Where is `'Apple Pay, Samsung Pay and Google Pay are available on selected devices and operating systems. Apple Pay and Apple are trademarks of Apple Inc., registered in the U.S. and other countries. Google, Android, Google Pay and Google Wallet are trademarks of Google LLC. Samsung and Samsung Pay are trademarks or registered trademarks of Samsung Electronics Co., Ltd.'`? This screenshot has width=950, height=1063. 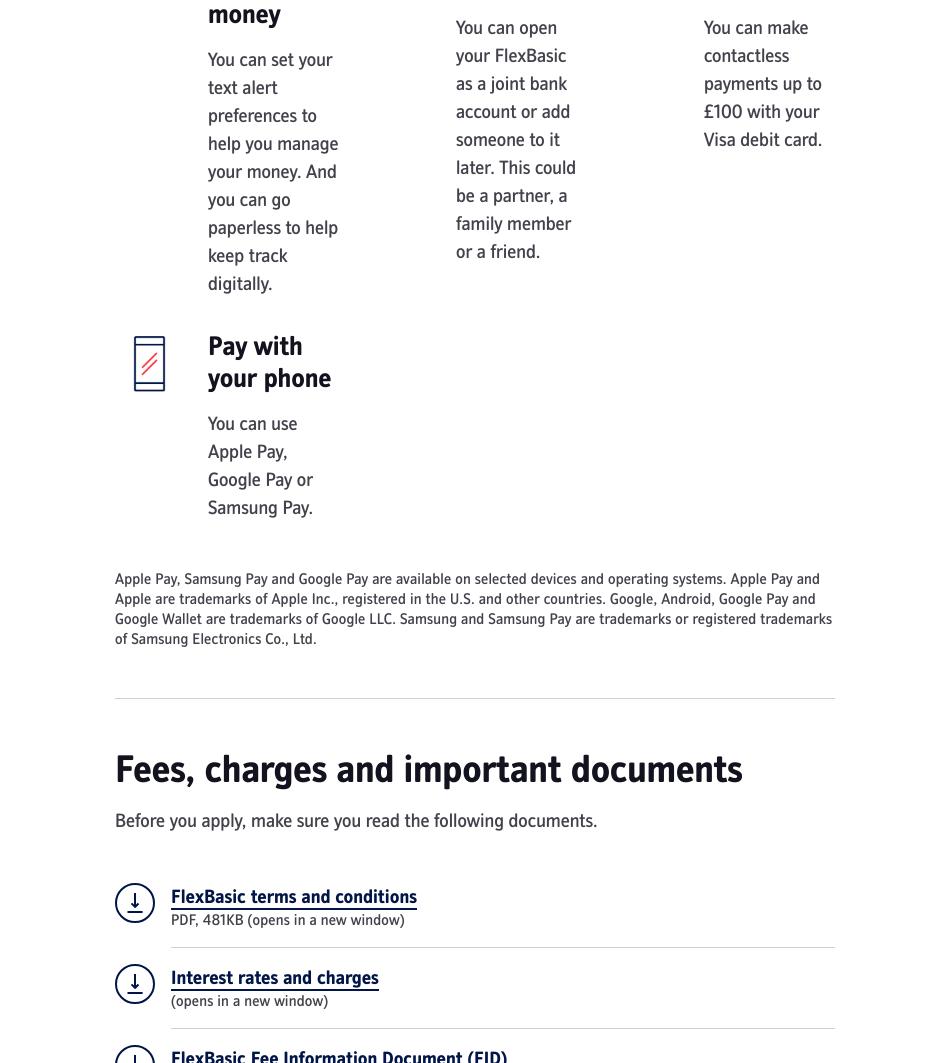 'Apple Pay, Samsung Pay and Google Pay are available on selected devices and operating systems. Apple Pay and Apple are trademarks of Apple Inc., registered in the U.S. and other countries. Google, Android, Google Pay and Google Wallet are trademarks of Google LLC. Samsung and Samsung Pay are trademarks or registered trademarks of Samsung Electronics Co., Ltd.' is located at coordinates (472, 608).